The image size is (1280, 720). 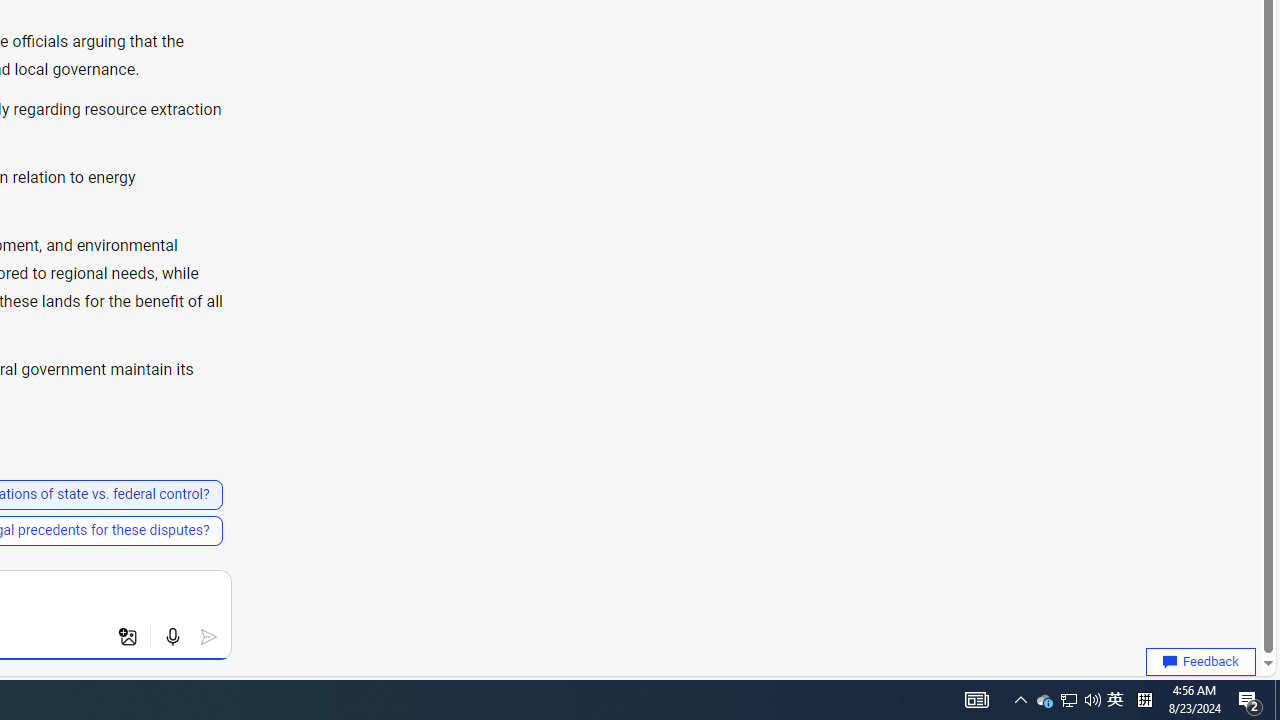 What do you see at coordinates (127, 637) in the screenshot?
I see `'Add an image to search'` at bounding box center [127, 637].